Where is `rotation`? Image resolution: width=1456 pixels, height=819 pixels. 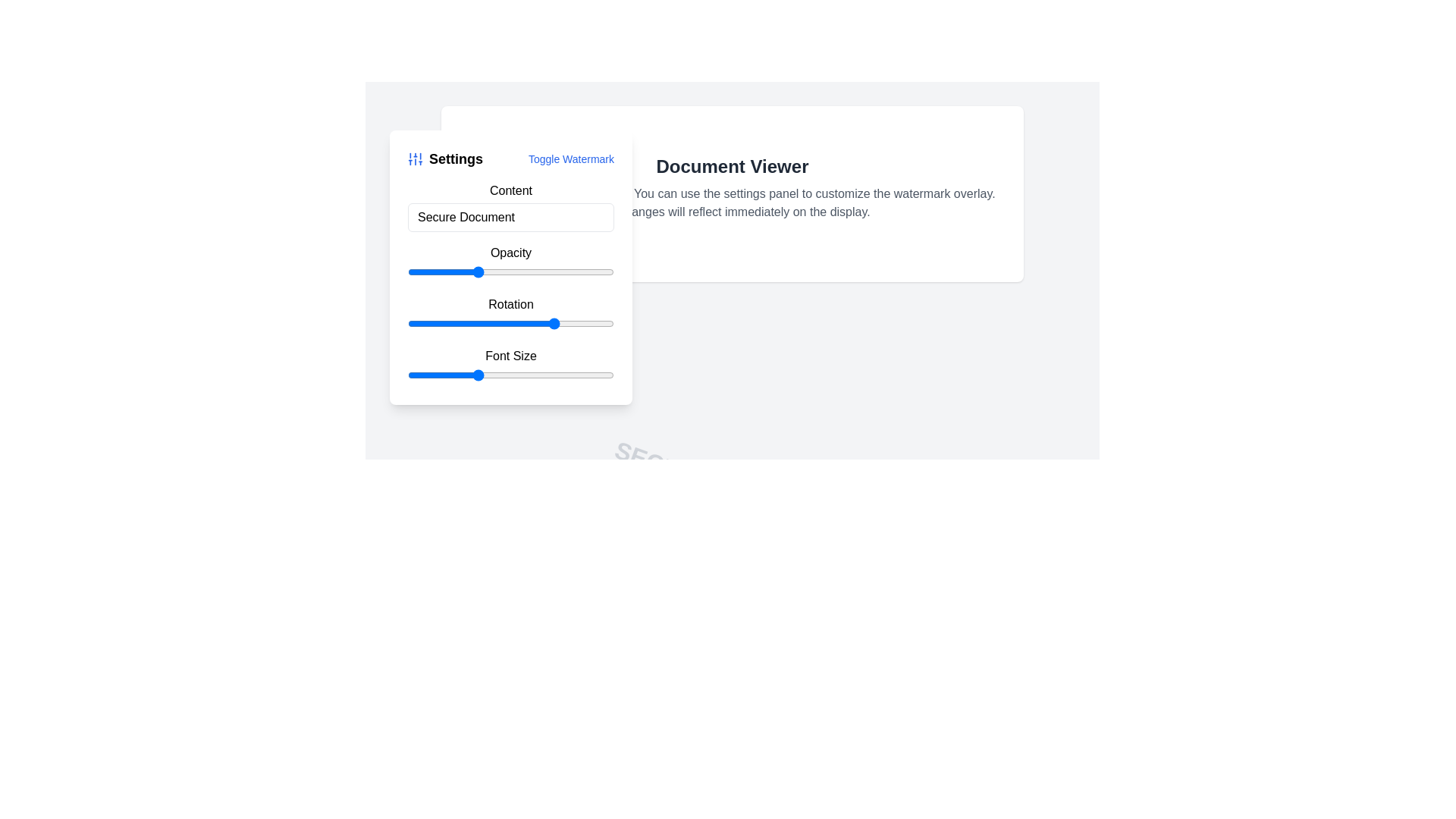
rotation is located at coordinates (453, 323).